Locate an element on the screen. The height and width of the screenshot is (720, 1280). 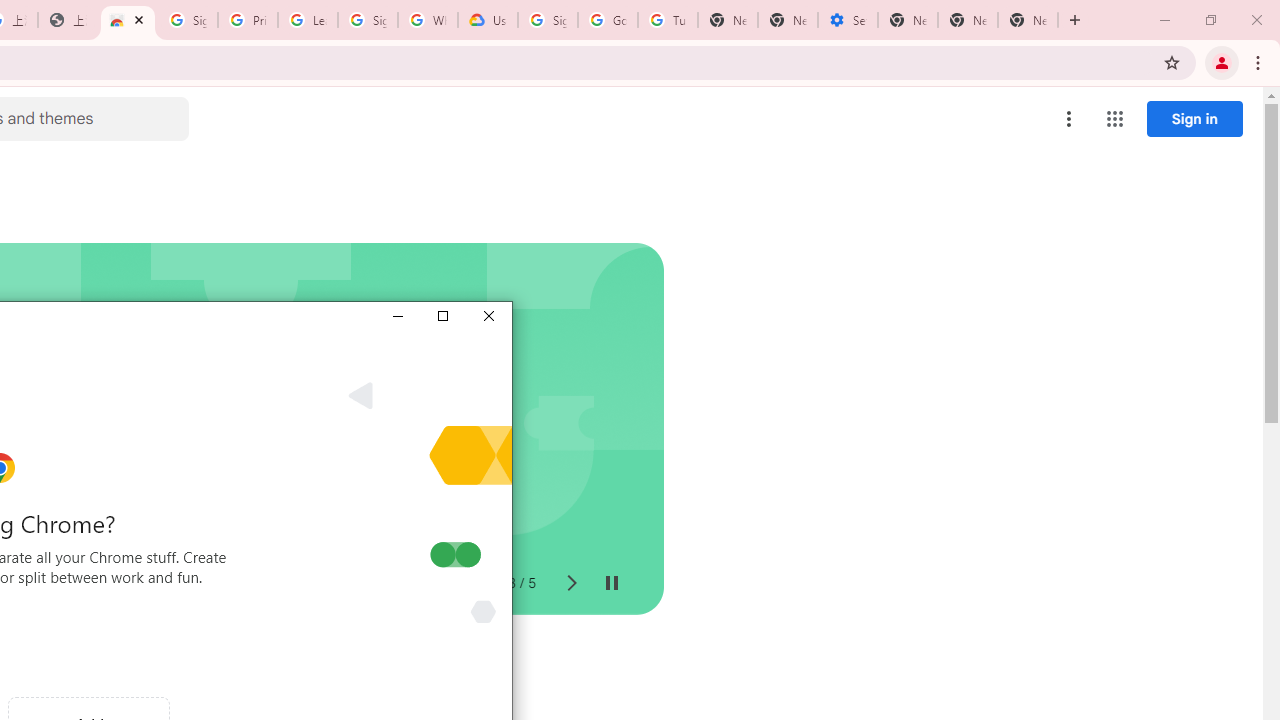
'More options menu' is located at coordinates (1068, 119).